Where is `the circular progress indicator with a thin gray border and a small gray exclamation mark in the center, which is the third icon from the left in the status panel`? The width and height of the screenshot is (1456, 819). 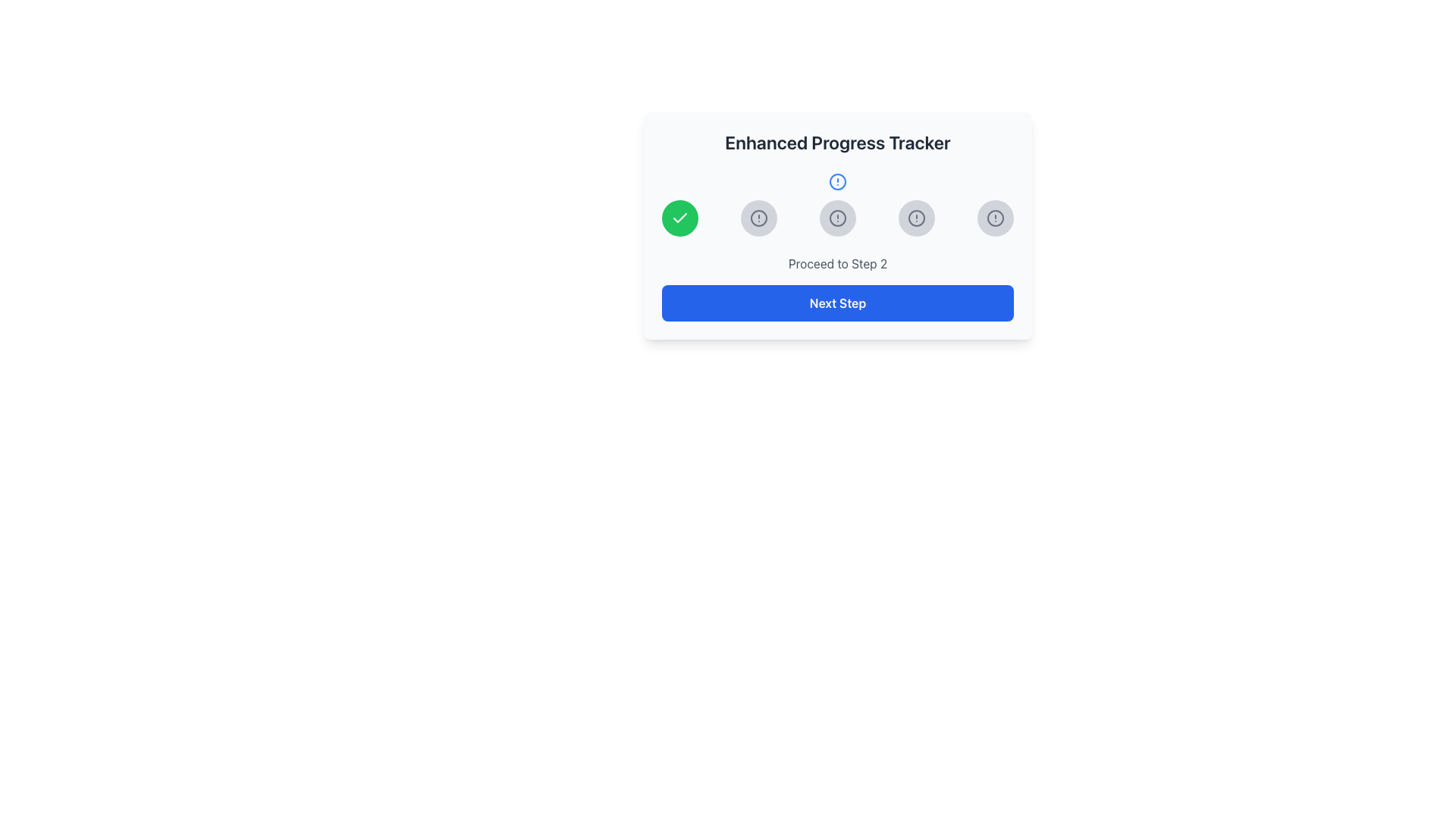 the circular progress indicator with a thin gray border and a small gray exclamation mark in the center, which is the third icon from the left in the status panel is located at coordinates (916, 218).